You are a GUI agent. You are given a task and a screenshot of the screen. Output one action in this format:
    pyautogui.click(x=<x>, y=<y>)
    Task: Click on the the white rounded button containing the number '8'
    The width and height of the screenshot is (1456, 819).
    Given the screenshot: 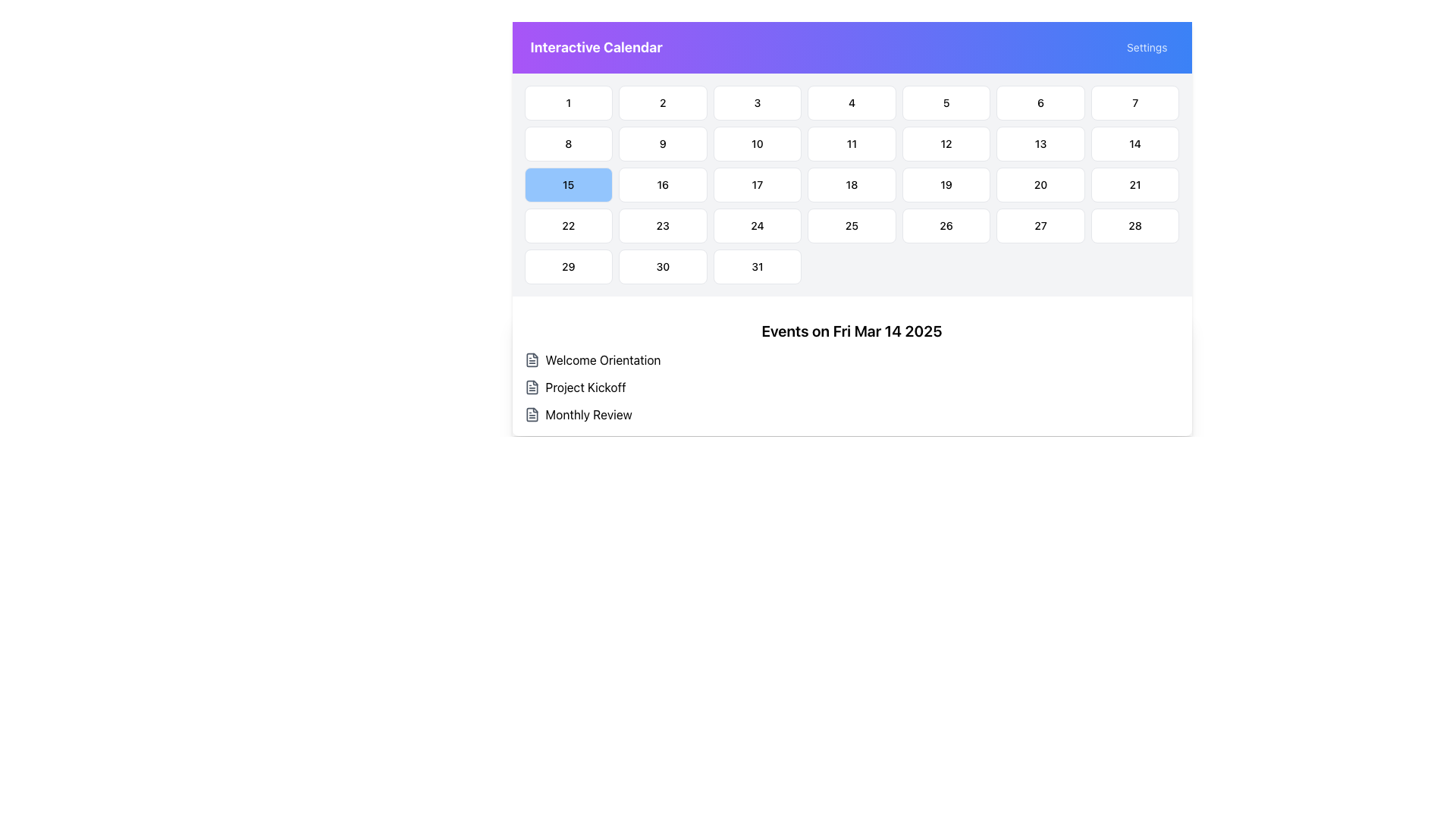 What is the action you would take?
    pyautogui.click(x=567, y=143)
    